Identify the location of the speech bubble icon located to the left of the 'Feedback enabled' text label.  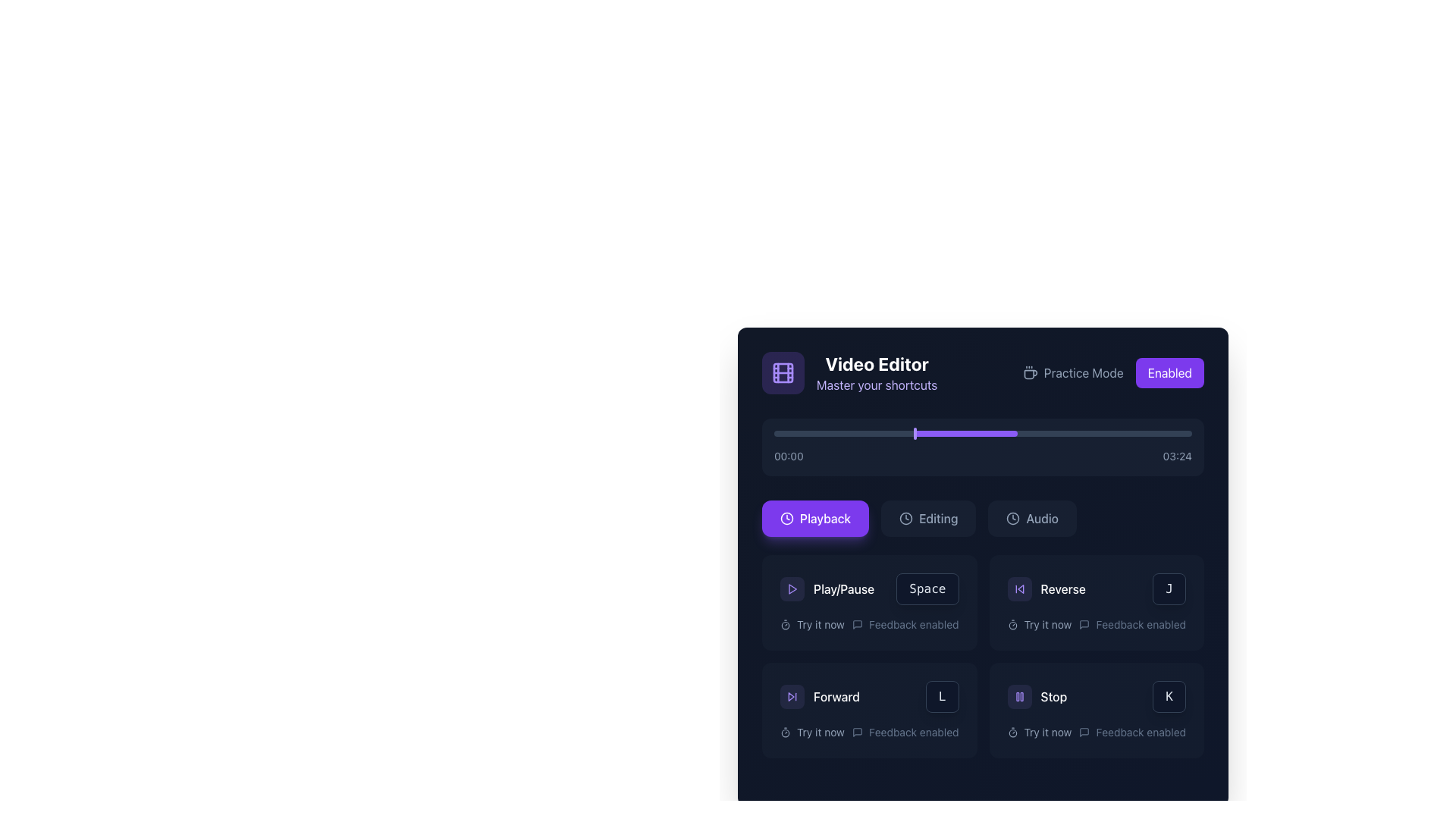
(1084, 731).